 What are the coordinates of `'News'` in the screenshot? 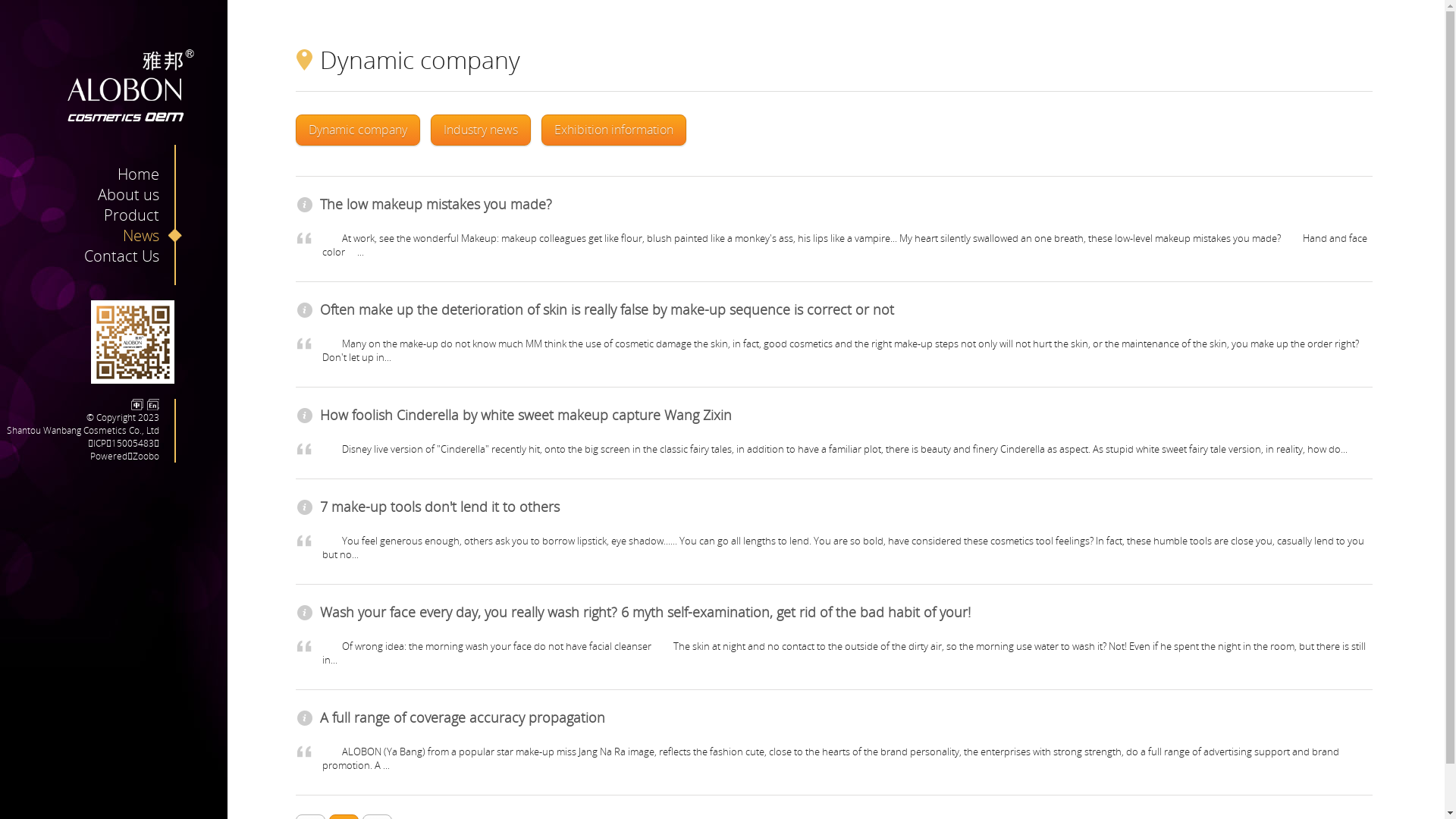 It's located at (152, 235).